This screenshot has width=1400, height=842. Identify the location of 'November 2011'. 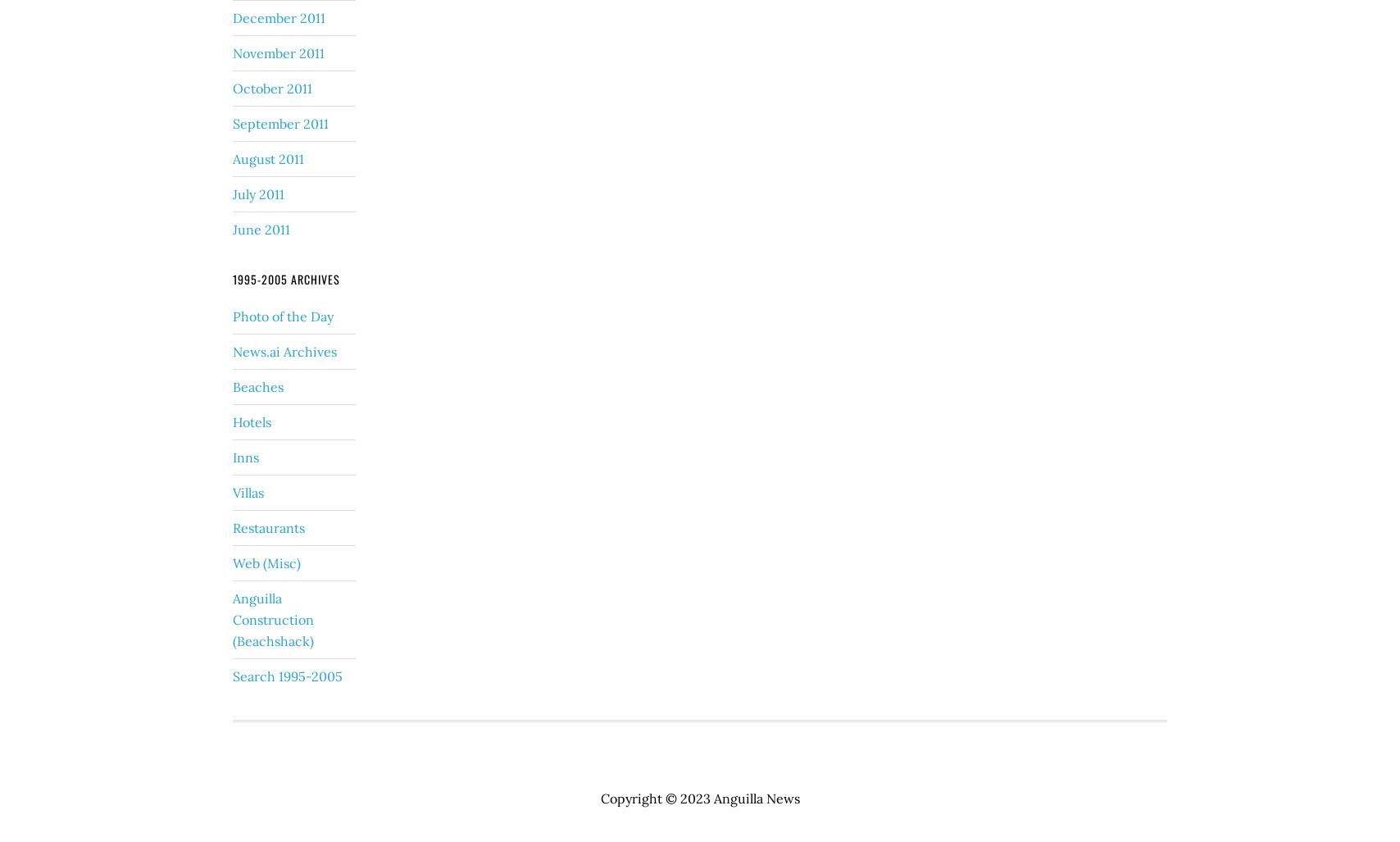
(233, 51).